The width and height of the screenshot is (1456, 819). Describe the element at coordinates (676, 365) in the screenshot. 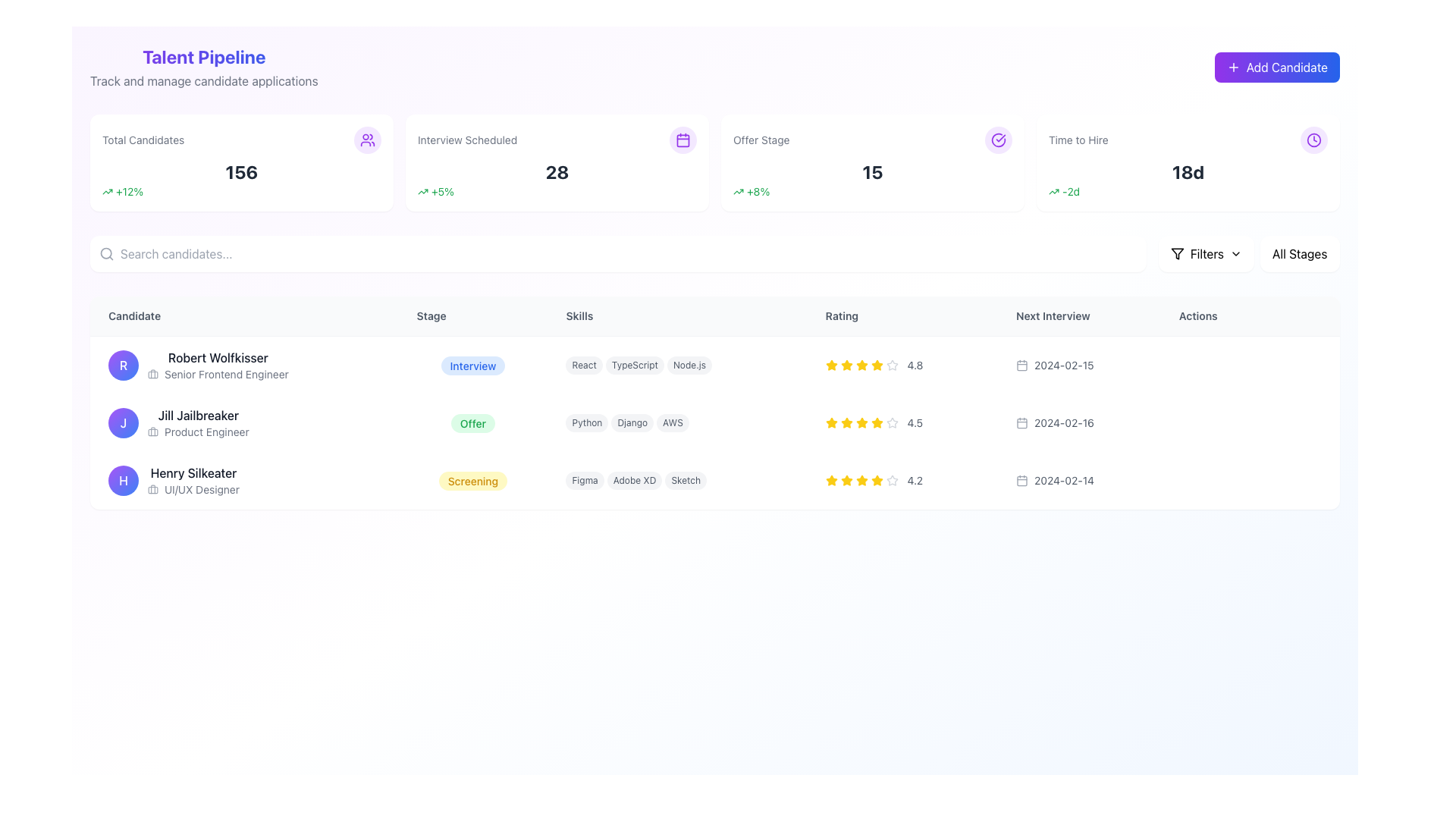

I see `the text label group displaying the skills associated with 'Robert Wolfkisser', which is located in the 'Skills' column of the first row of the table` at that location.